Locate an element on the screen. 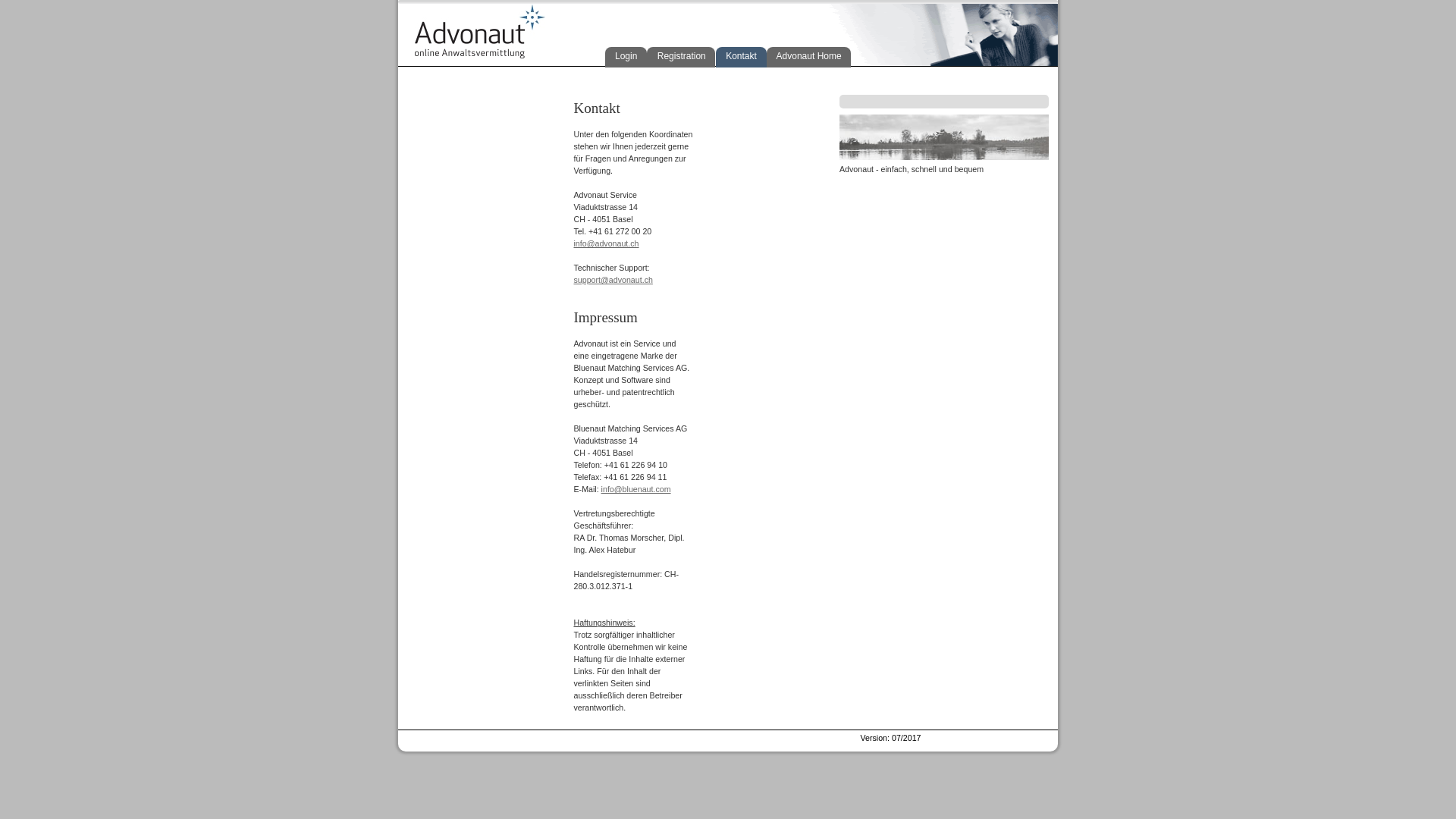 The image size is (1456, 819). '    Advonaut Home  ' is located at coordinates (808, 56).